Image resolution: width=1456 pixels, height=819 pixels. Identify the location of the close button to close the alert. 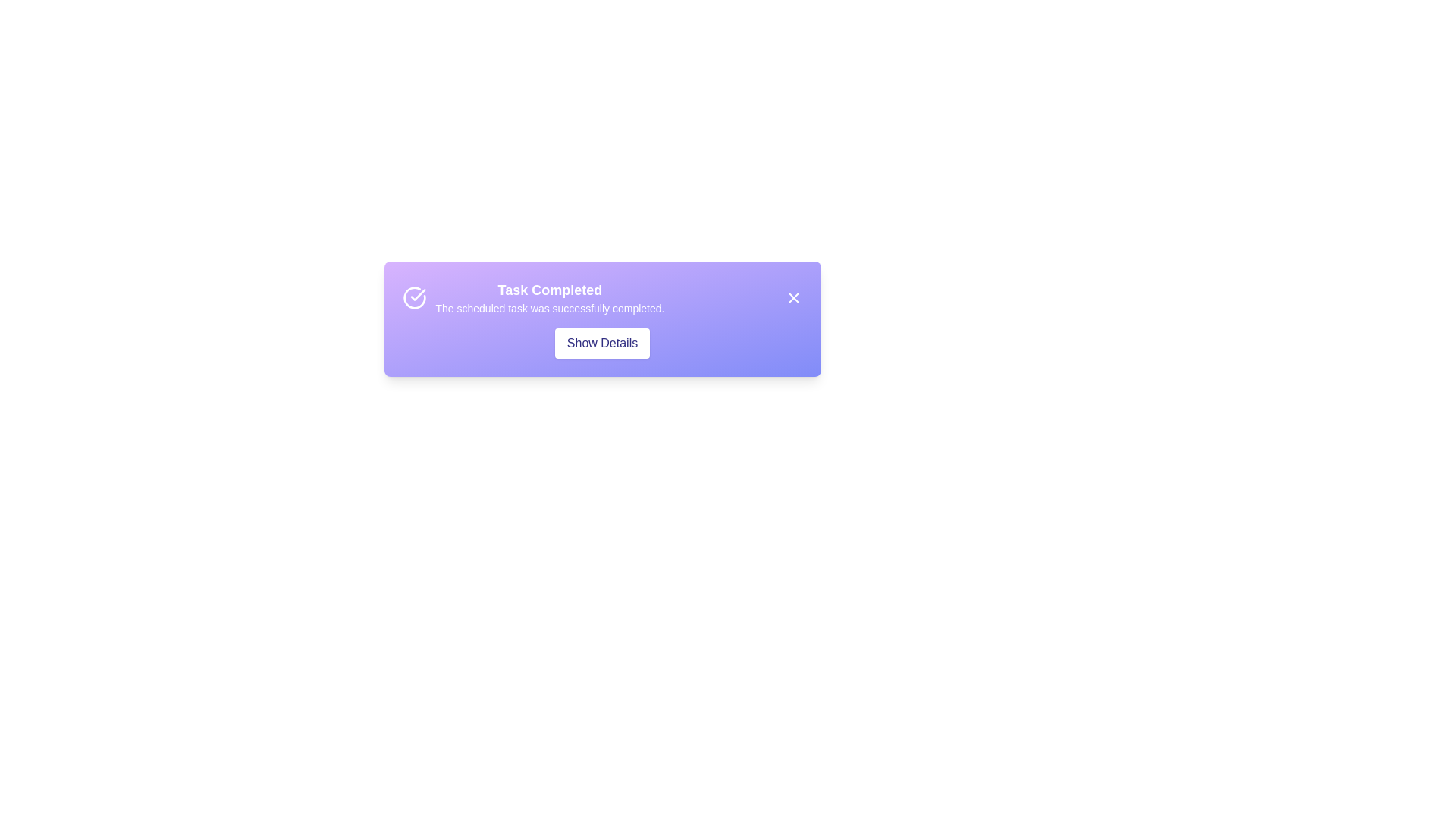
(792, 298).